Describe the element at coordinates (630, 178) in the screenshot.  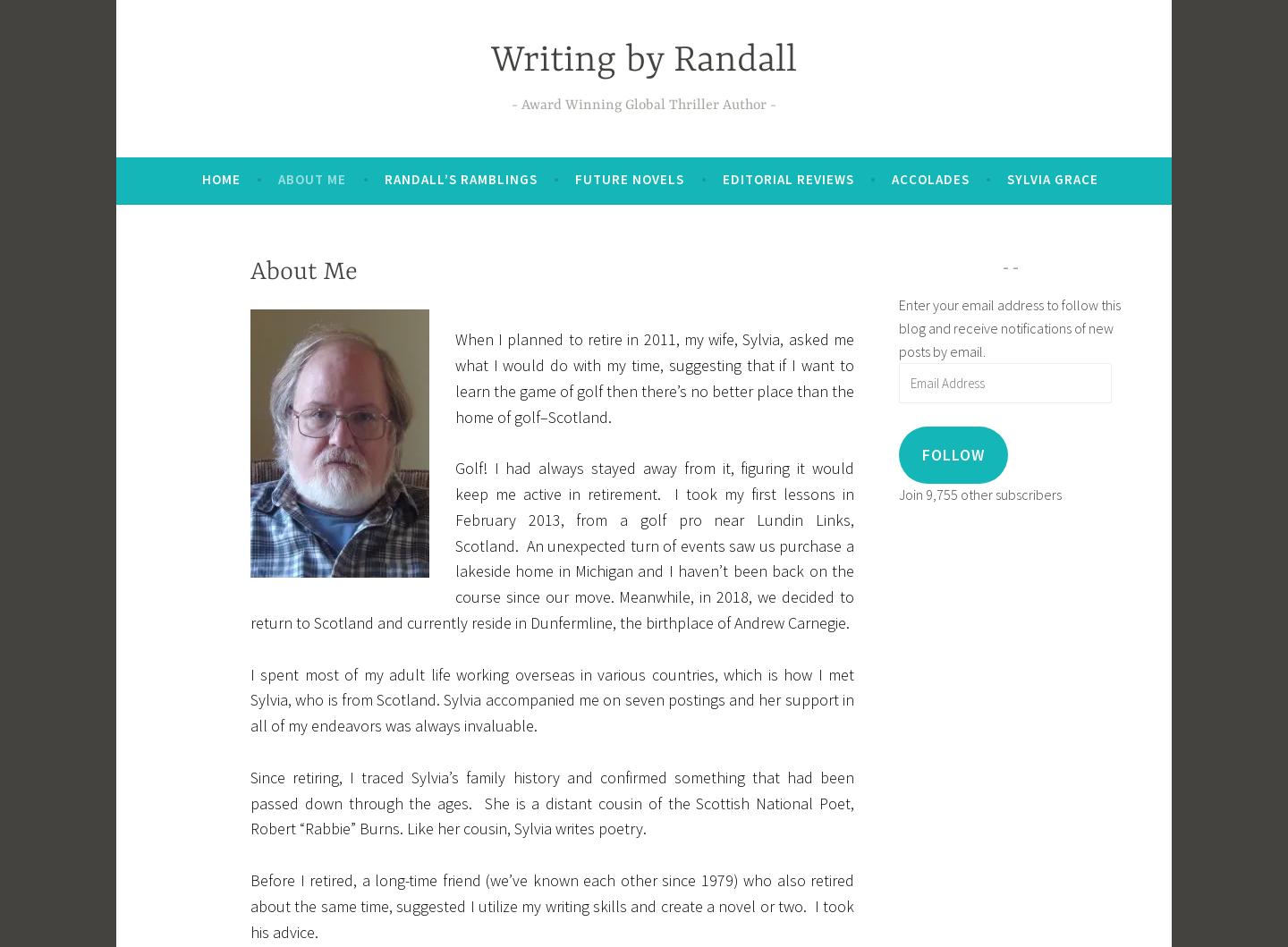
I see `'Future Novels'` at that location.